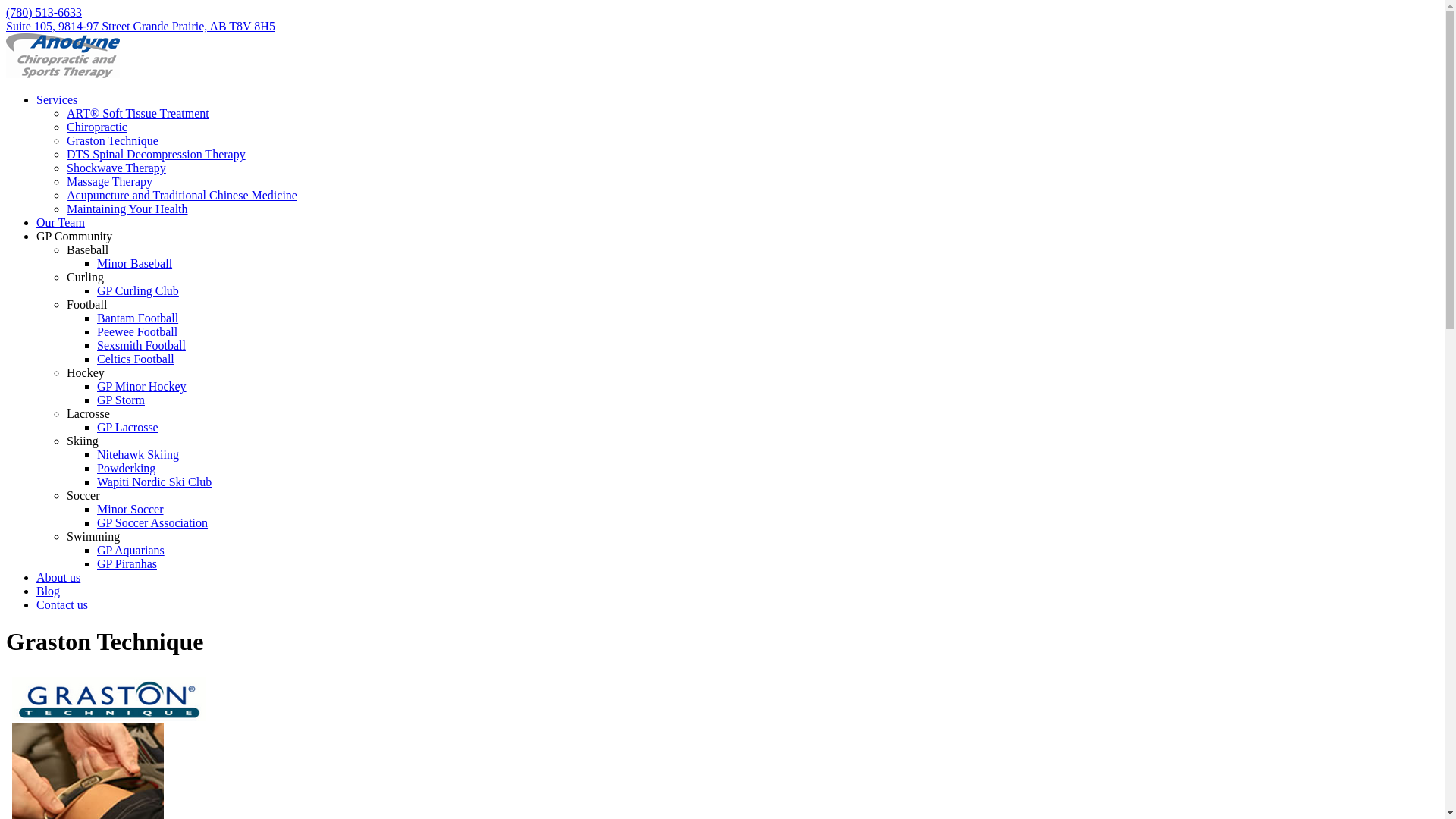  What do you see at coordinates (152, 522) in the screenshot?
I see `'GP Soccer Association'` at bounding box center [152, 522].